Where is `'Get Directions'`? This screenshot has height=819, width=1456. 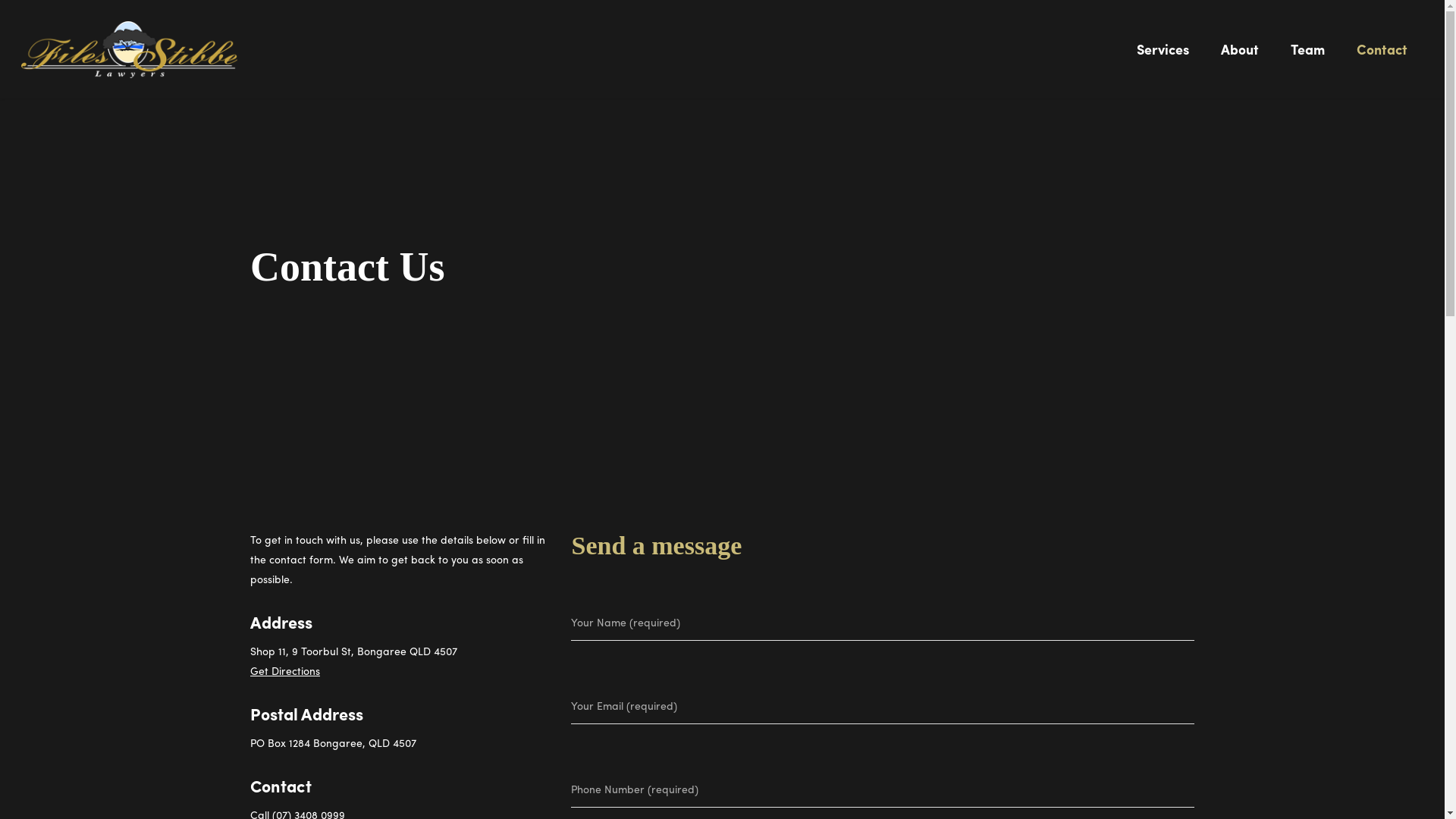
'Get Directions' is located at coordinates (284, 669).